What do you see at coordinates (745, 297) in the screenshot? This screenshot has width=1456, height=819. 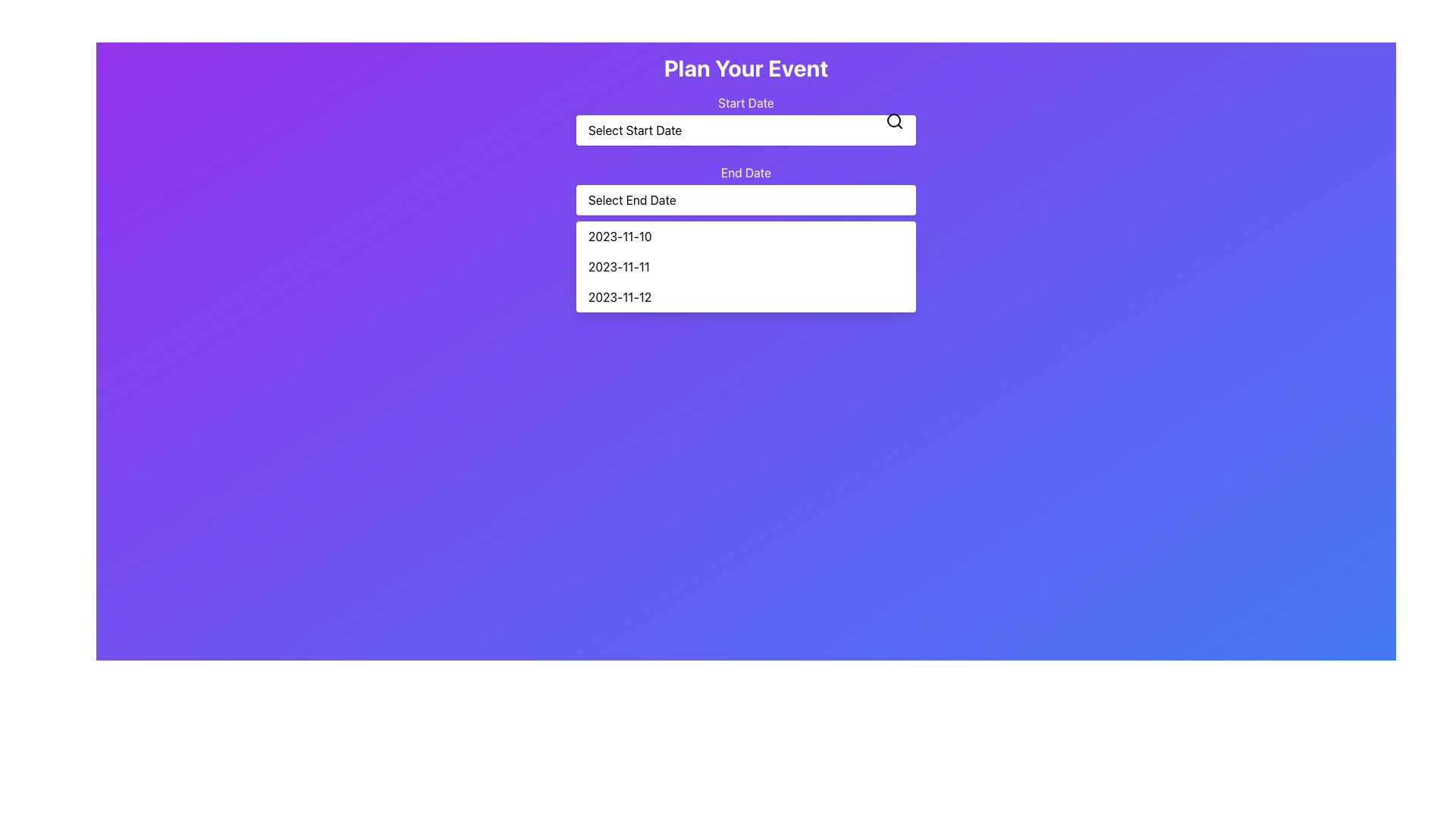 I see `the third item in the dropdown list which sets the date '2023-11-12' as the selection` at bounding box center [745, 297].